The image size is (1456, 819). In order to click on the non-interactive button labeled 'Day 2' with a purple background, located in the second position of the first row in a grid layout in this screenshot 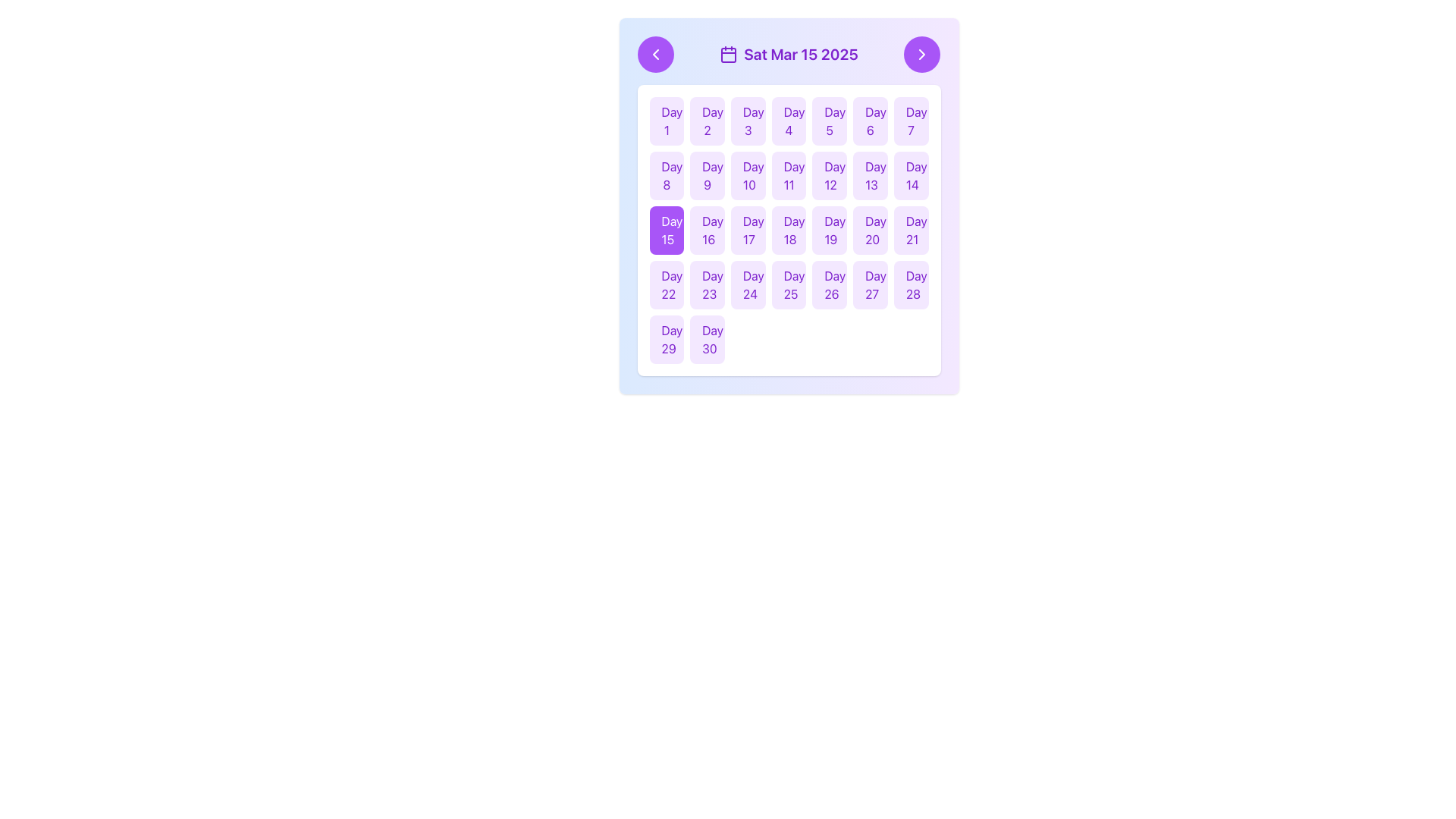, I will do `click(707, 120)`.